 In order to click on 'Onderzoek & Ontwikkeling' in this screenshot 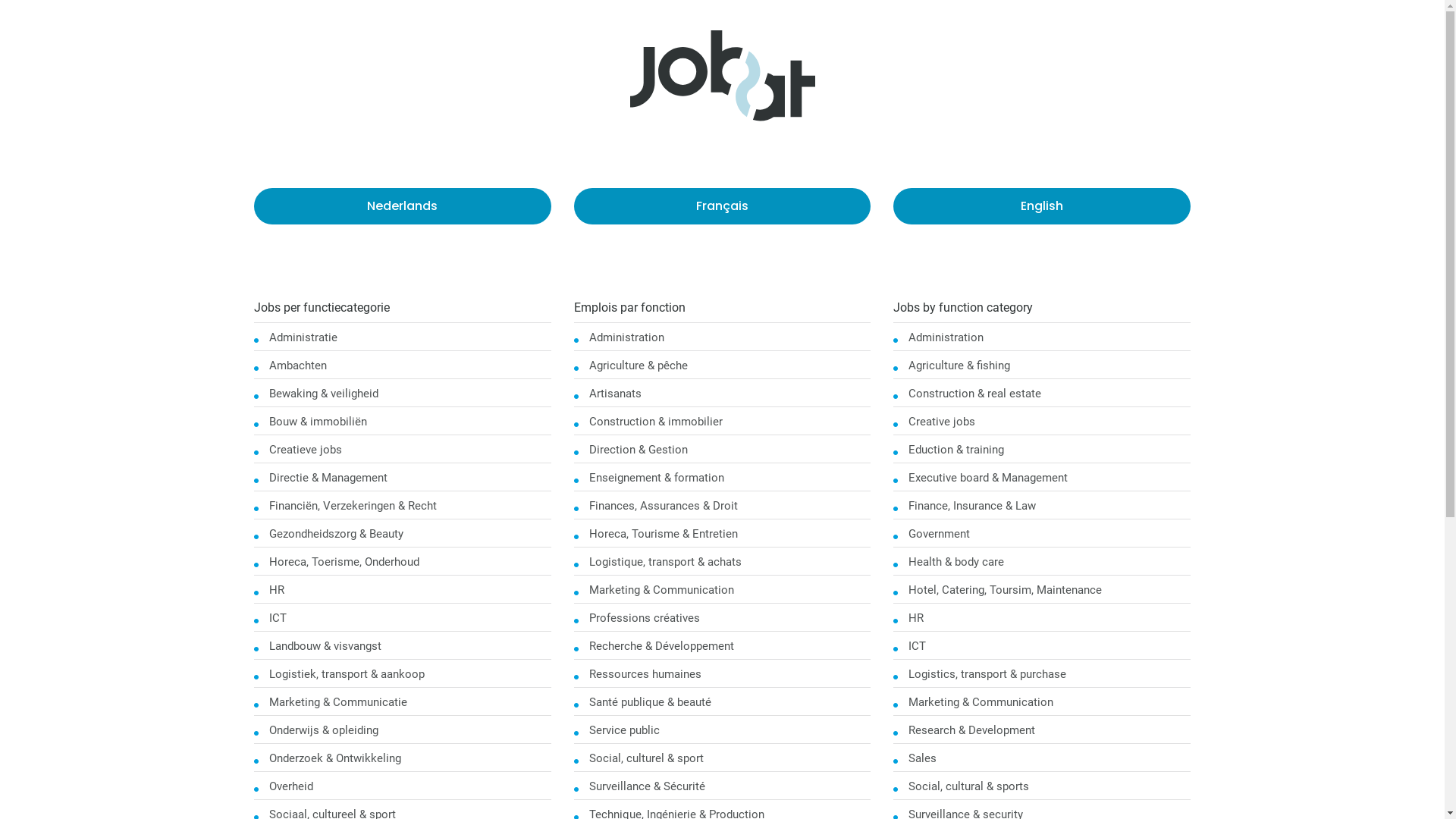, I will do `click(334, 758)`.